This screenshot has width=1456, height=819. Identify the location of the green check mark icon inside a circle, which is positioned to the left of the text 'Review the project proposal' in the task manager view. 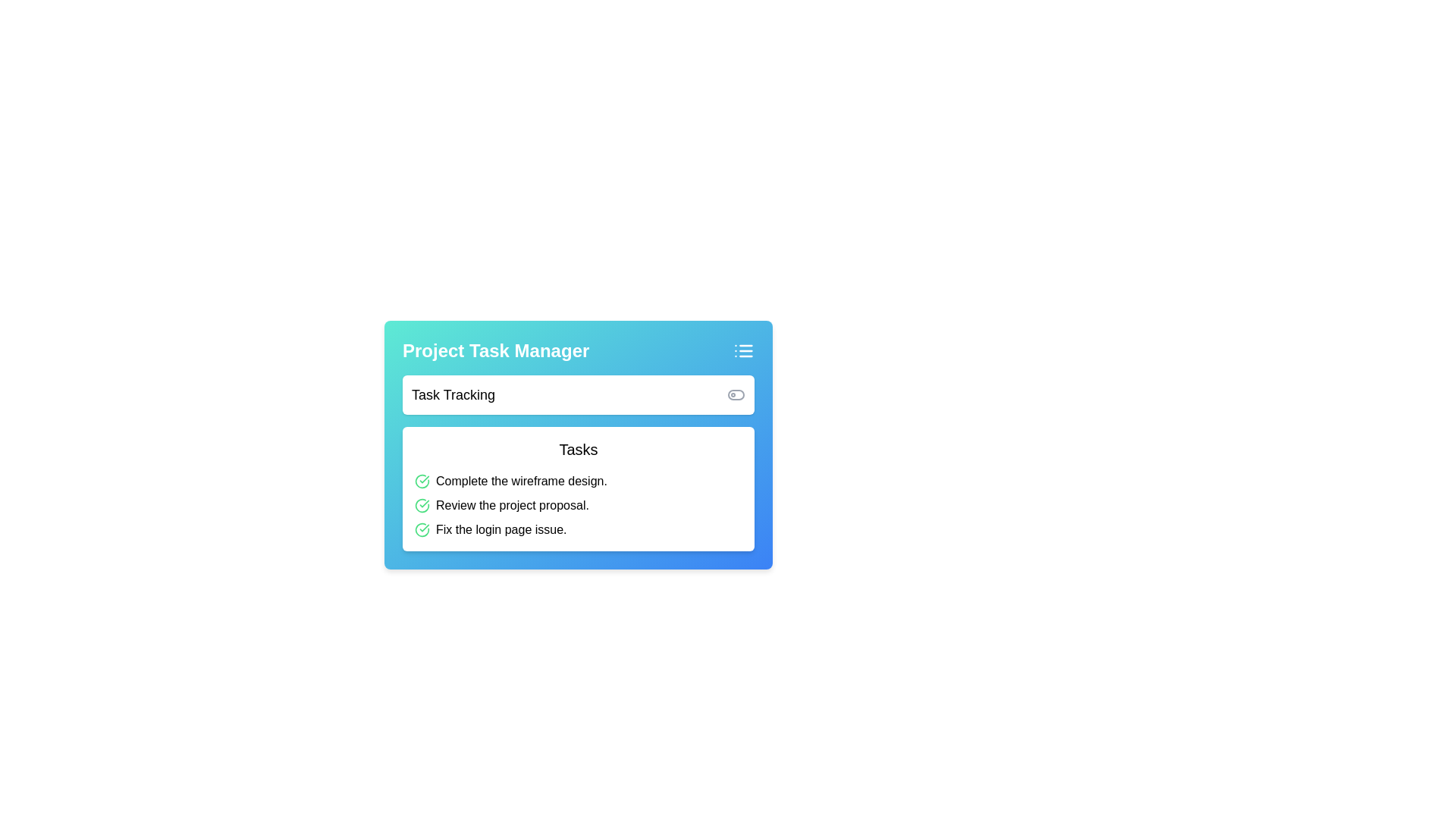
(422, 506).